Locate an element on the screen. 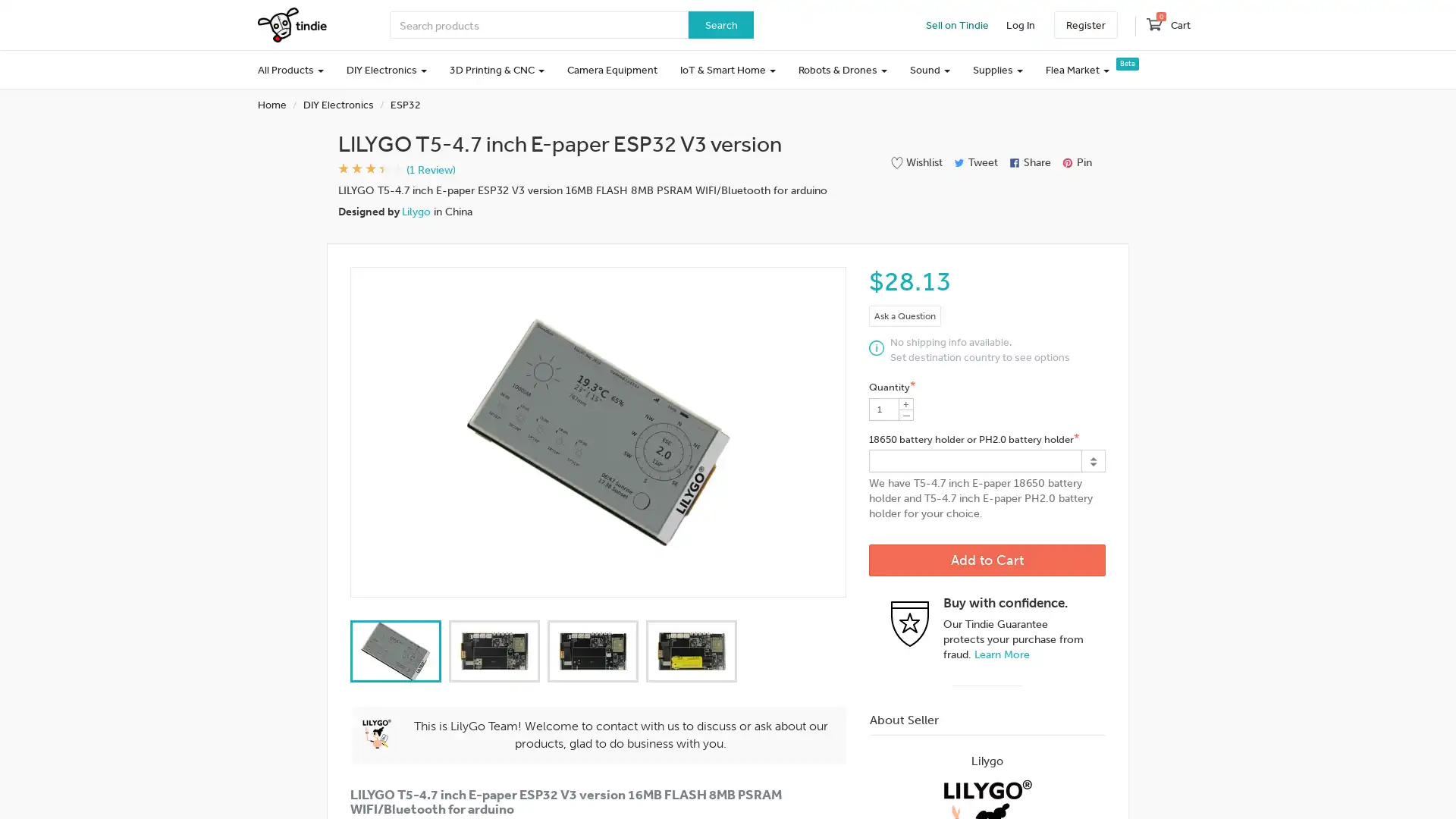 The height and width of the screenshot is (819, 1456). Add to Cart is located at coordinates (987, 560).